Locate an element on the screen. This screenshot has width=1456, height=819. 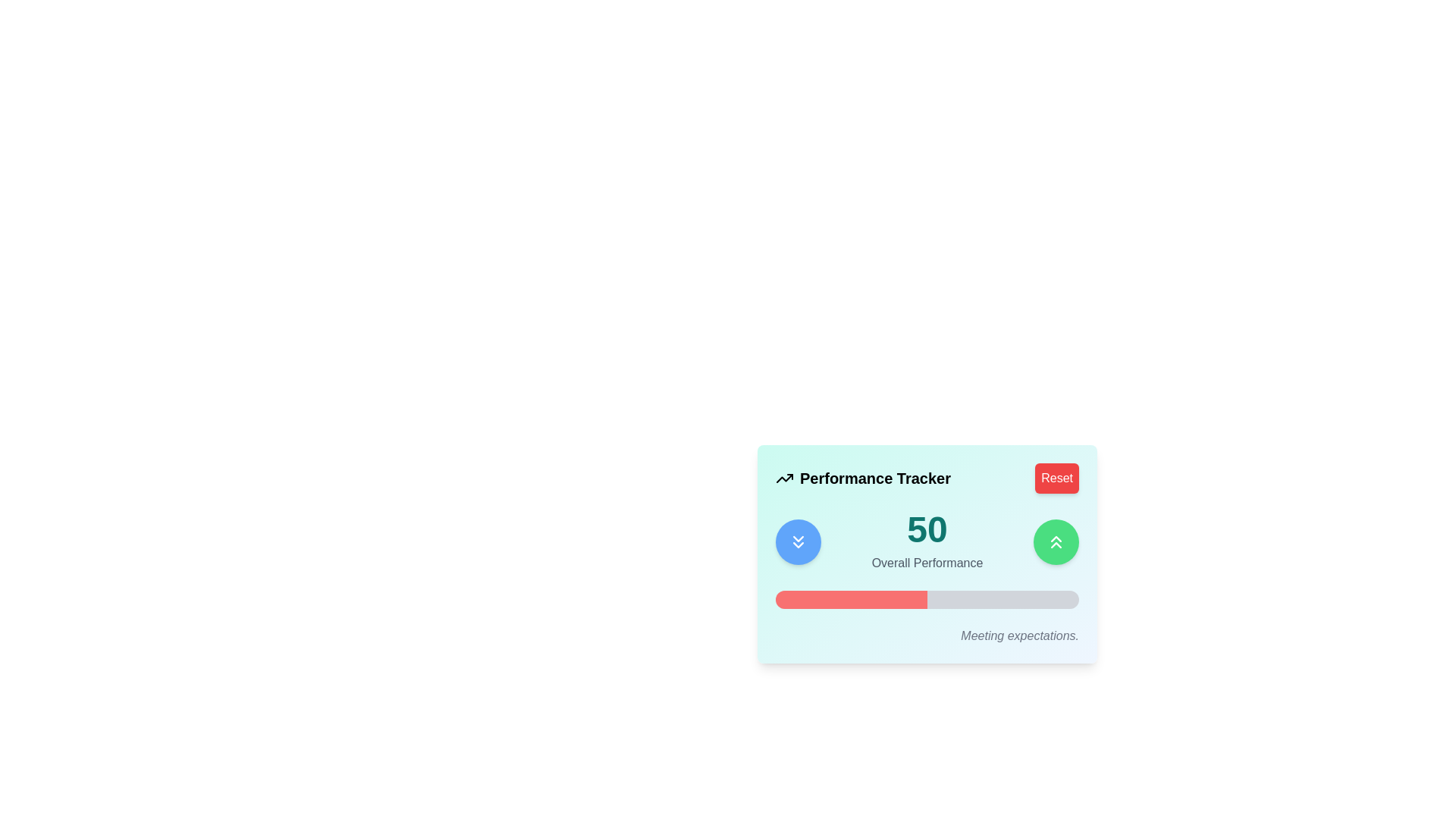
the circular green button with white text and upward arrows icon located at the bottom-right corner of the performance tracker is located at coordinates (1055, 541).